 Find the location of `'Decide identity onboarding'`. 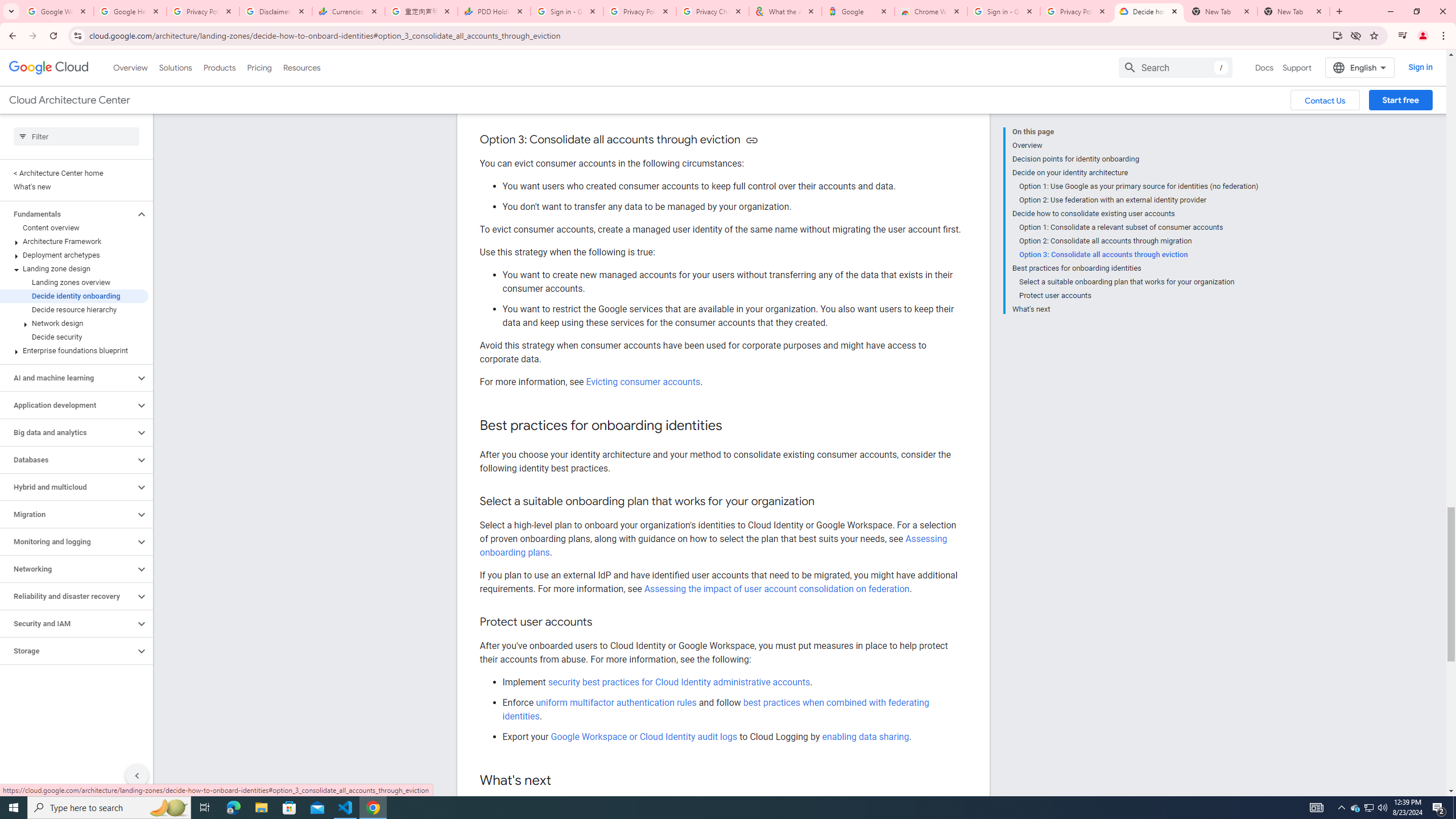

'Decide identity onboarding' is located at coordinates (74, 296).